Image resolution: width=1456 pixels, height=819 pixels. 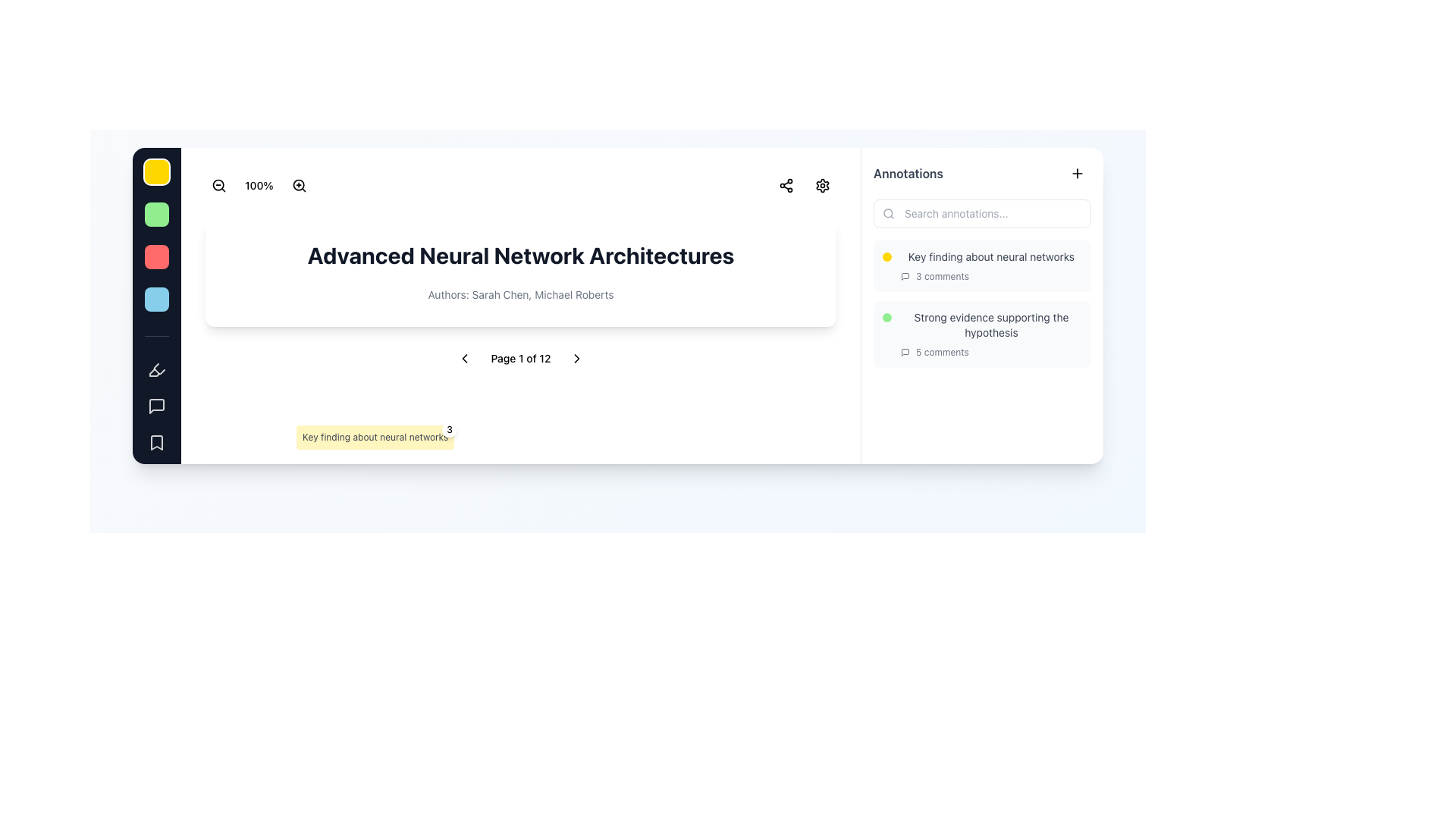 What do you see at coordinates (786, 185) in the screenshot?
I see `the share button located in the top-right corner of the main content section, adjacent to a settings icon` at bounding box center [786, 185].